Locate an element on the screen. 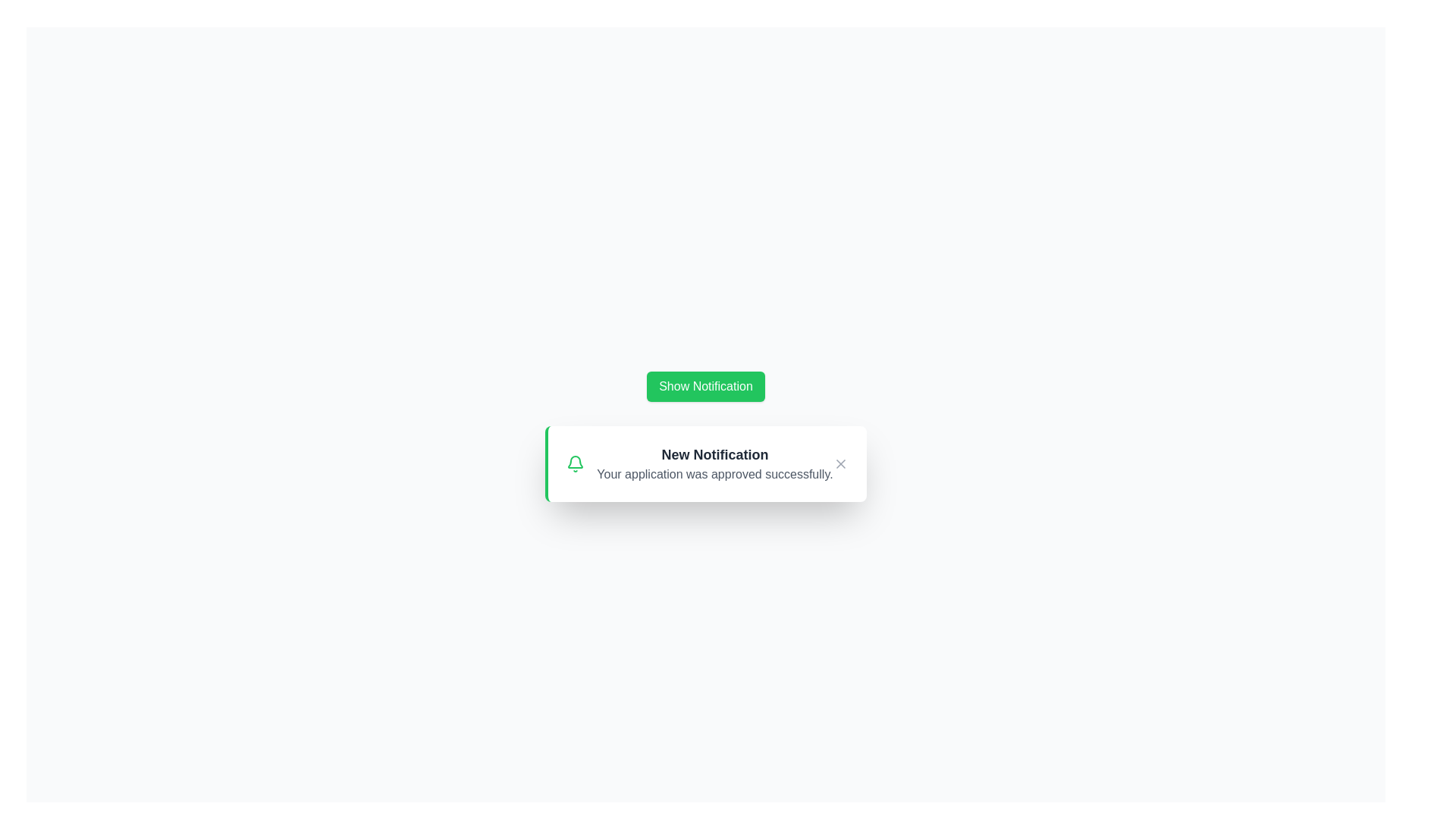  text label displaying 'New Notification' which is located at the top center of the notification card is located at coordinates (714, 454).